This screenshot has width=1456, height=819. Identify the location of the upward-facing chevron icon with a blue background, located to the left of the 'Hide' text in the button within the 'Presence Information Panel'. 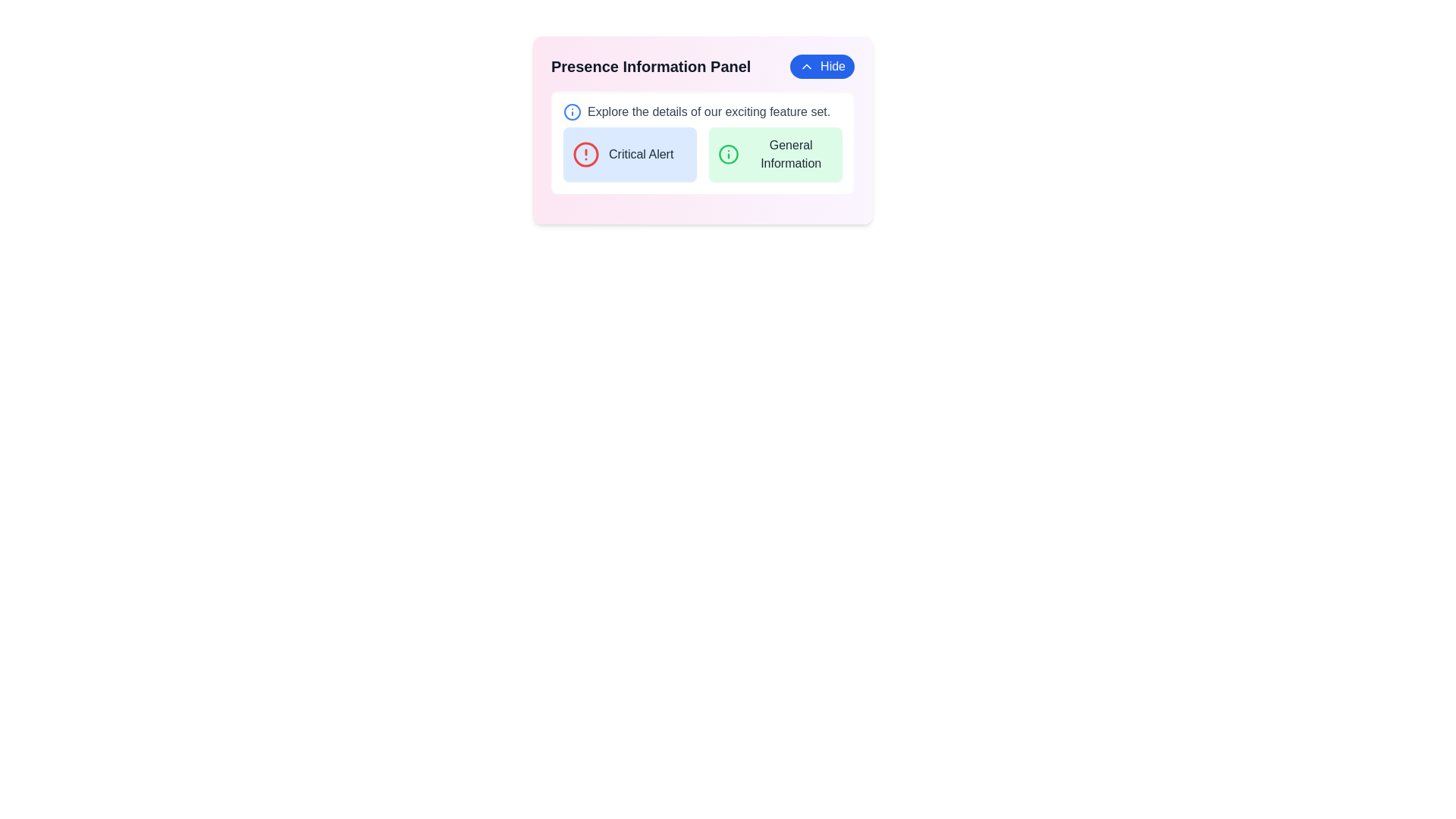
(806, 66).